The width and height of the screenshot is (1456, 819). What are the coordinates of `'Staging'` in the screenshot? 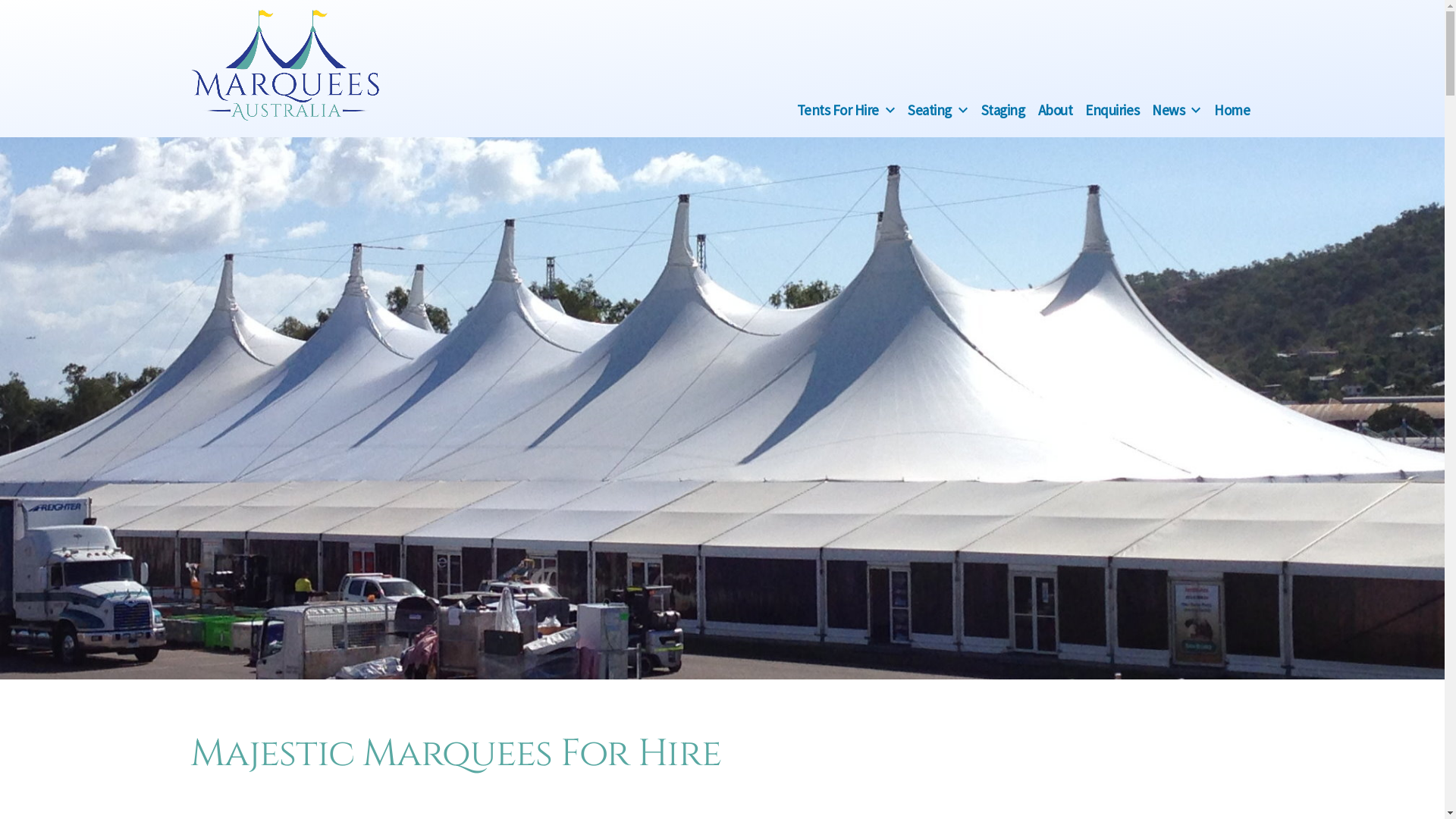 It's located at (1003, 108).